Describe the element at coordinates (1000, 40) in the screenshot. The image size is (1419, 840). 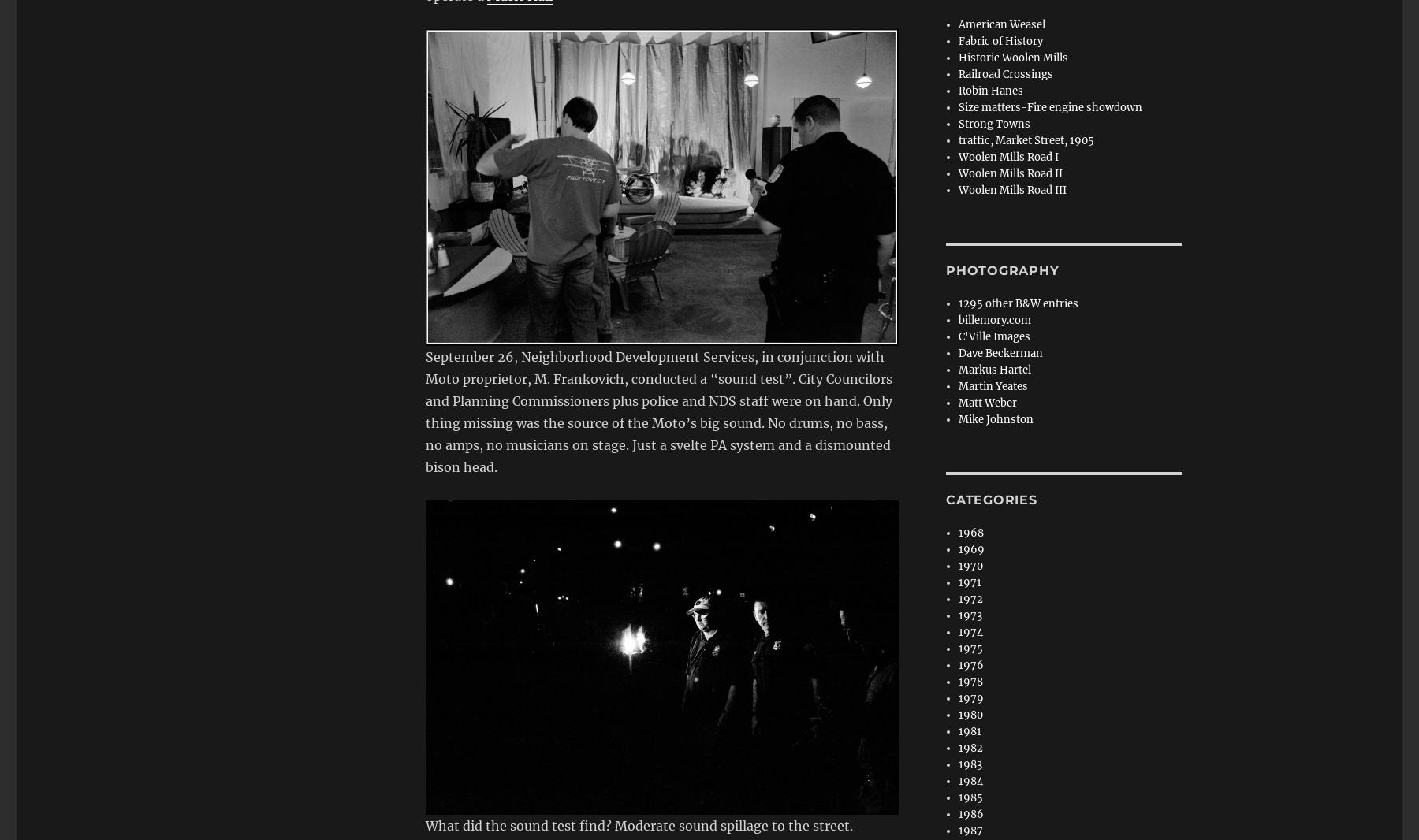
I see `'Fabric of History'` at that location.